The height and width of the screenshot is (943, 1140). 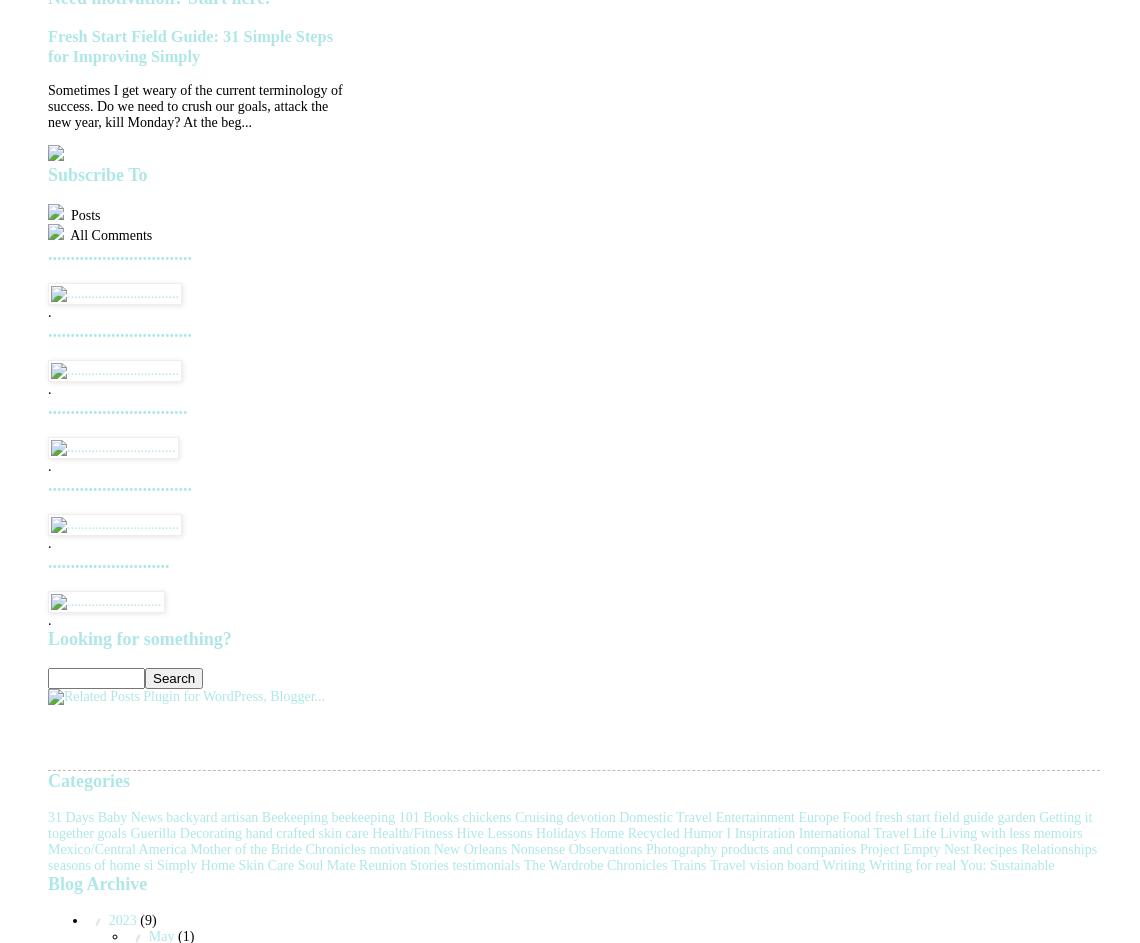 What do you see at coordinates (983, 831) in the screenshot?
I see `'Living with less'` at bounding box center [983, 831].